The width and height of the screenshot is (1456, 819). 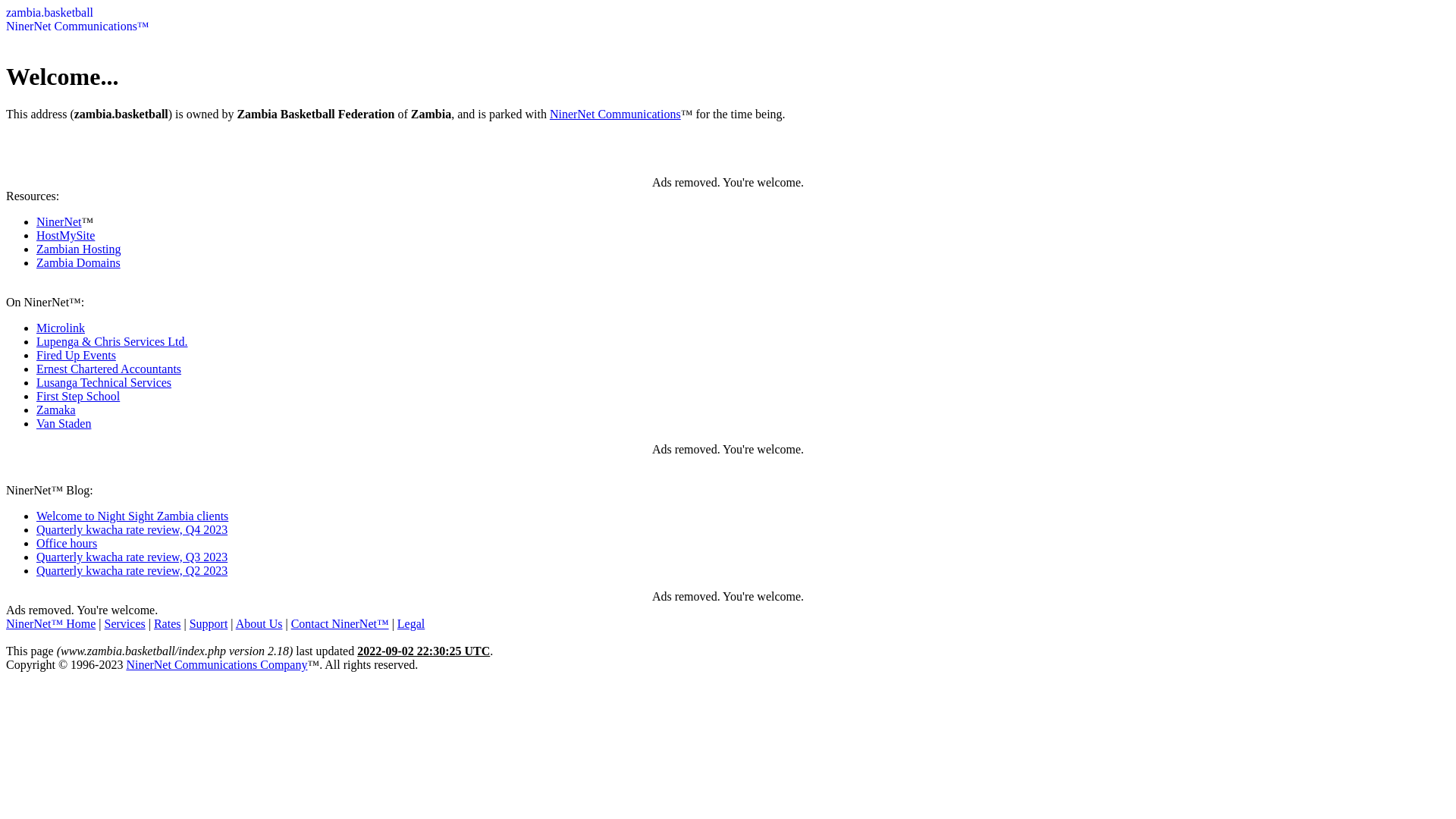 I want to click on 'Quarterly kwacha rate review, Q2 2023', so click(x=36, y=570).